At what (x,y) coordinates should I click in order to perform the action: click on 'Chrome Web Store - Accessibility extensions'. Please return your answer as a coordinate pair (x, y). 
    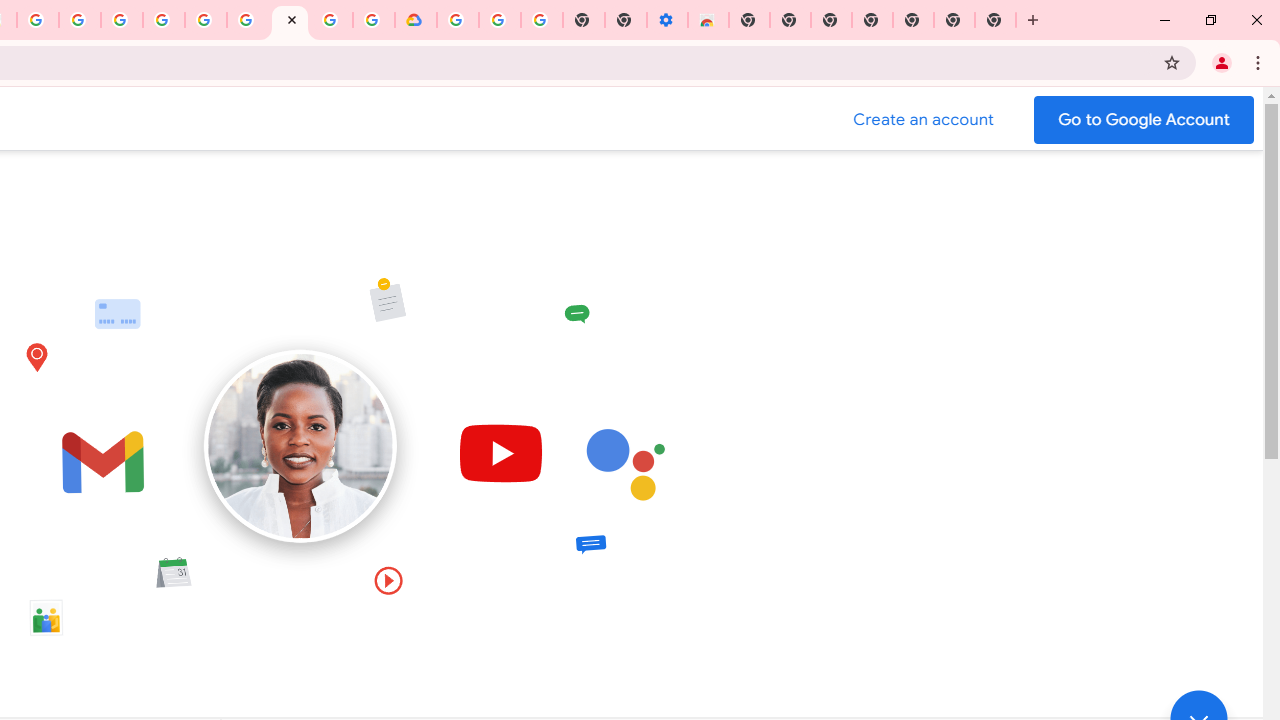
    Looking at the image, I should click on (708, 20).